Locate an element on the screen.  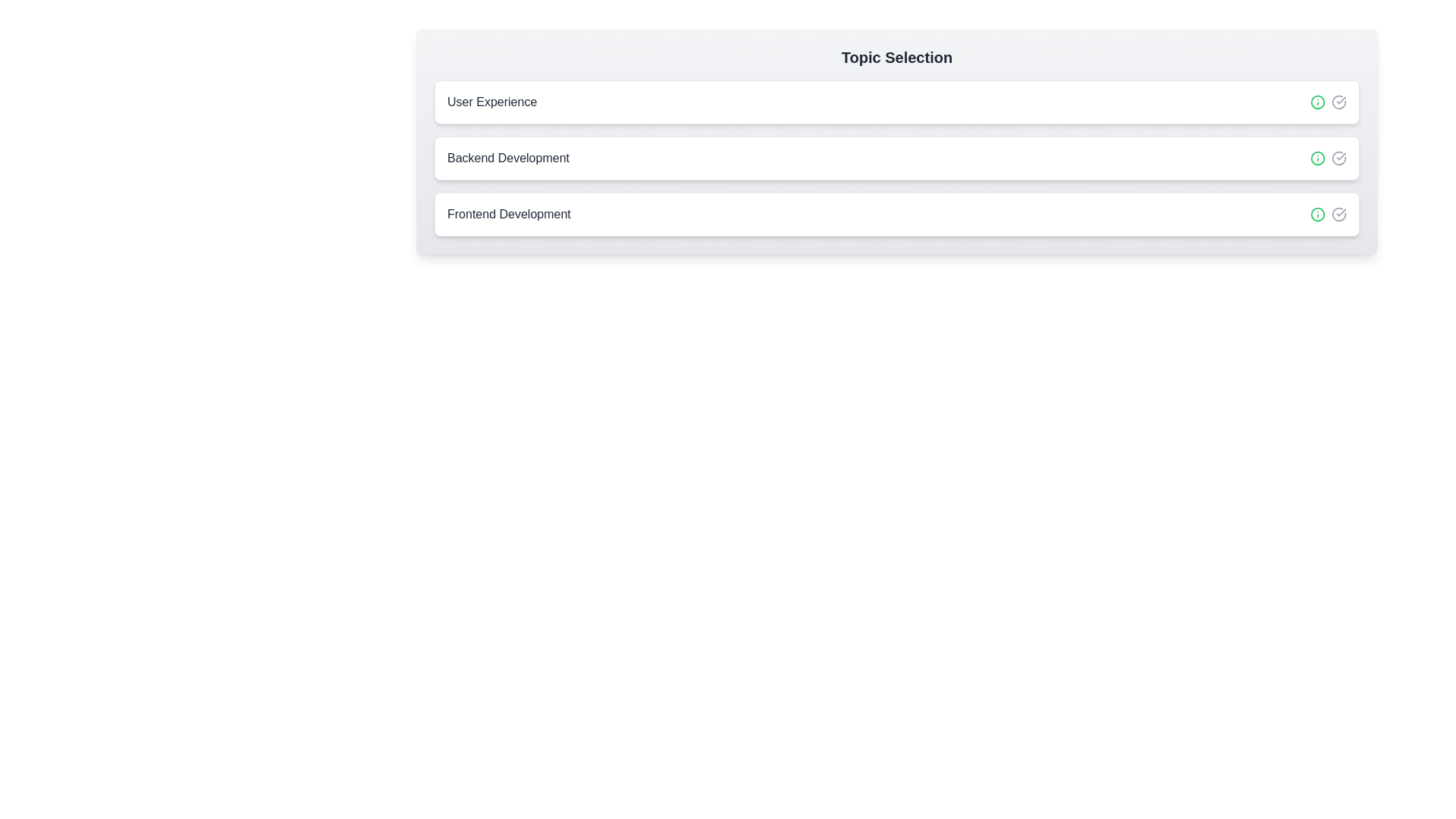
the chip labeled 'User Experience' to observe the hover effect is located at coordinates (896, 102).